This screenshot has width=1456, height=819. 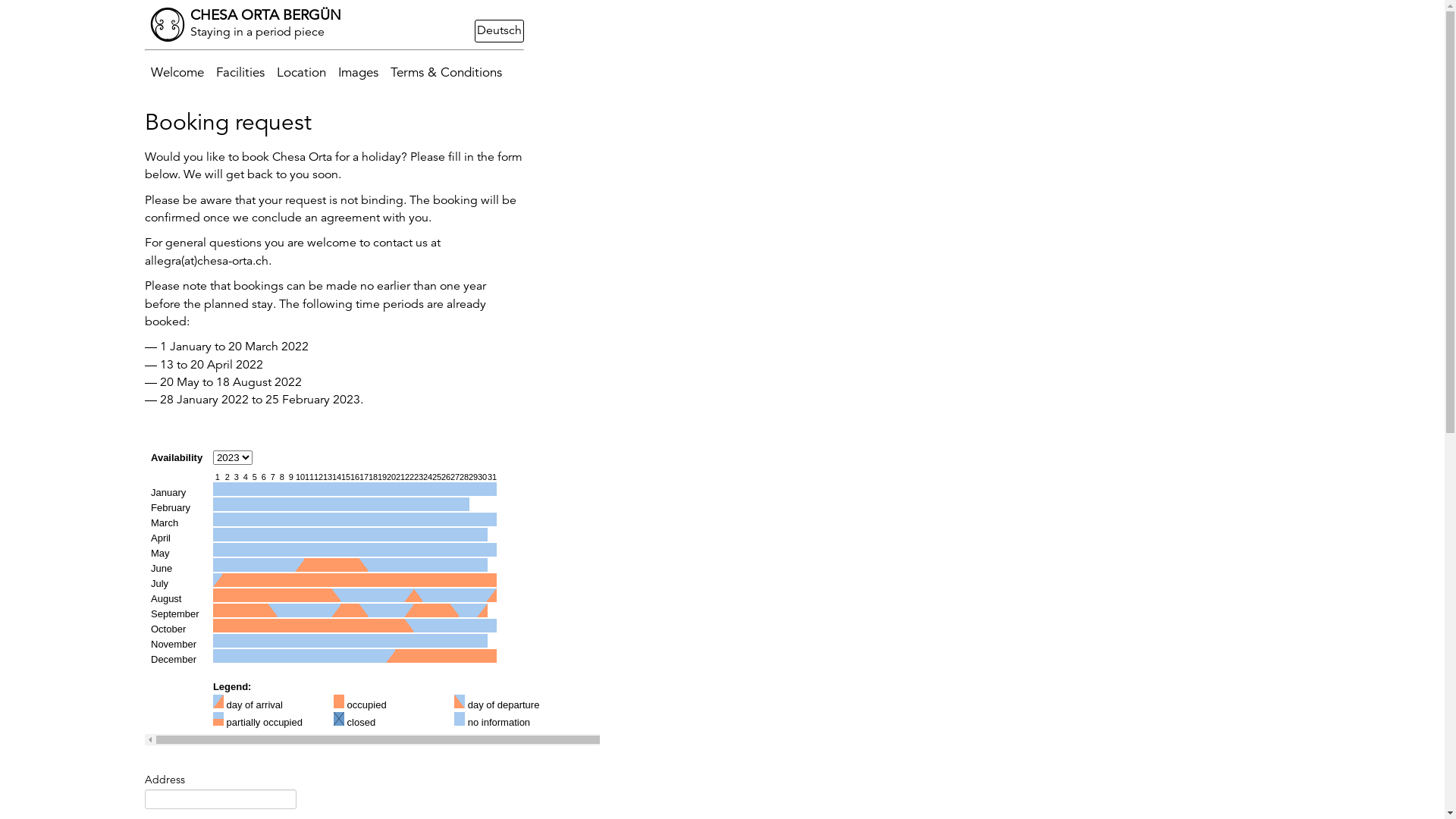 What do you see at coordinates (269, 73) in the screenshot?
I see `'Location'` at bounding box center [269, 73].